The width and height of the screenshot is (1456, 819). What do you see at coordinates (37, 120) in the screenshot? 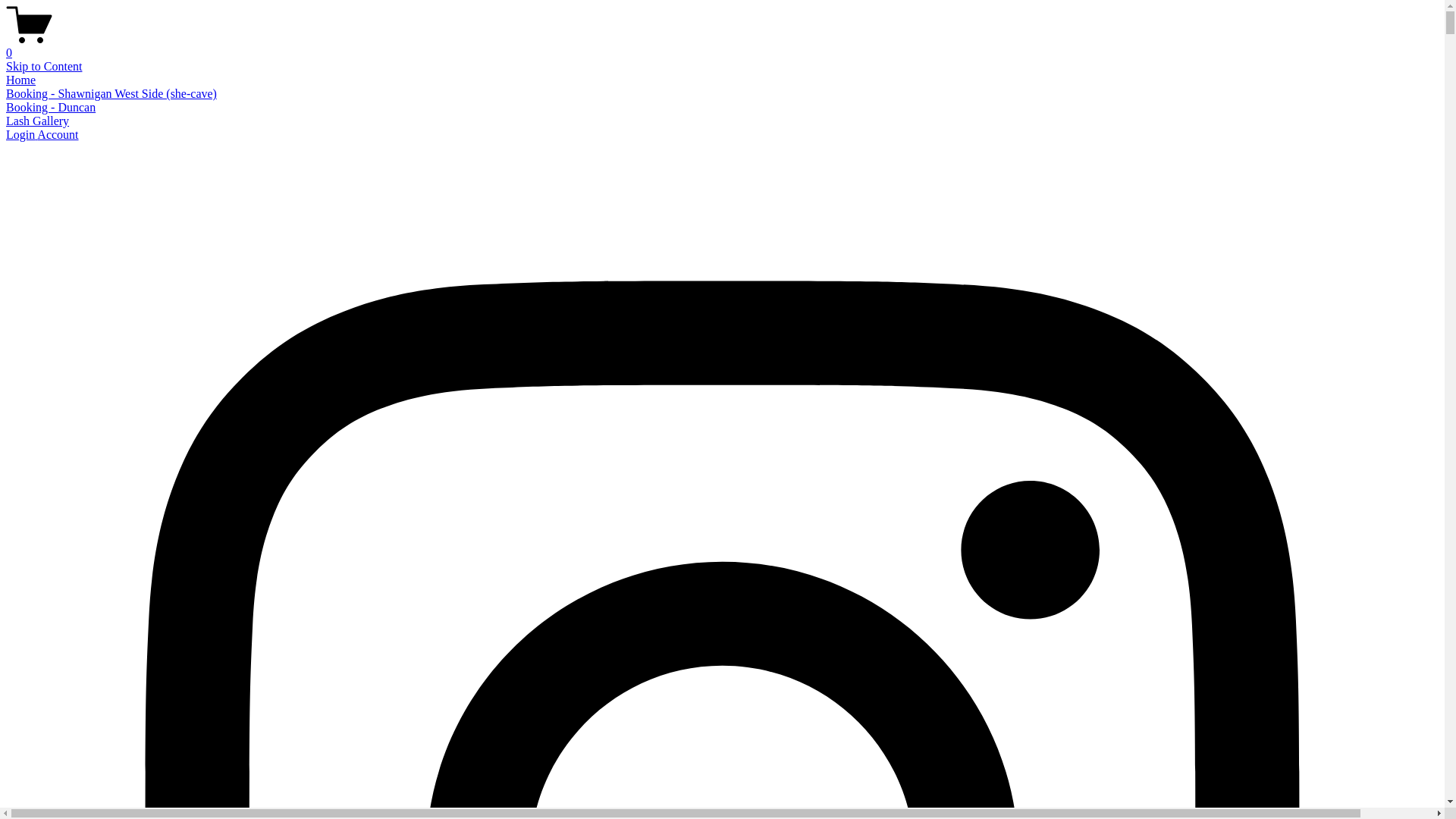
I see `'Lash Gallery'` at bounding box center [37, 120].